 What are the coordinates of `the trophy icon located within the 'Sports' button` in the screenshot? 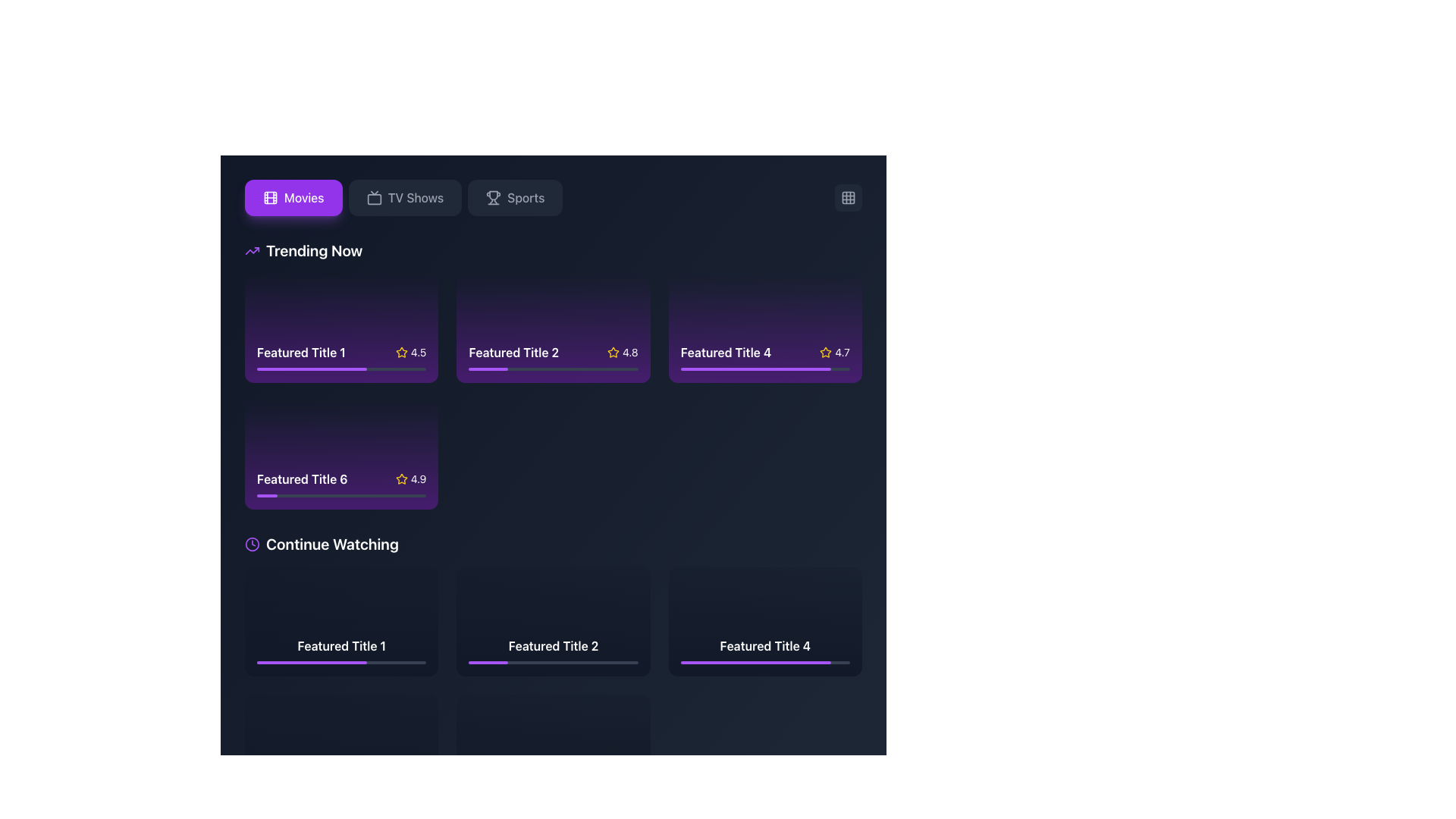 It's located at (494, 197).